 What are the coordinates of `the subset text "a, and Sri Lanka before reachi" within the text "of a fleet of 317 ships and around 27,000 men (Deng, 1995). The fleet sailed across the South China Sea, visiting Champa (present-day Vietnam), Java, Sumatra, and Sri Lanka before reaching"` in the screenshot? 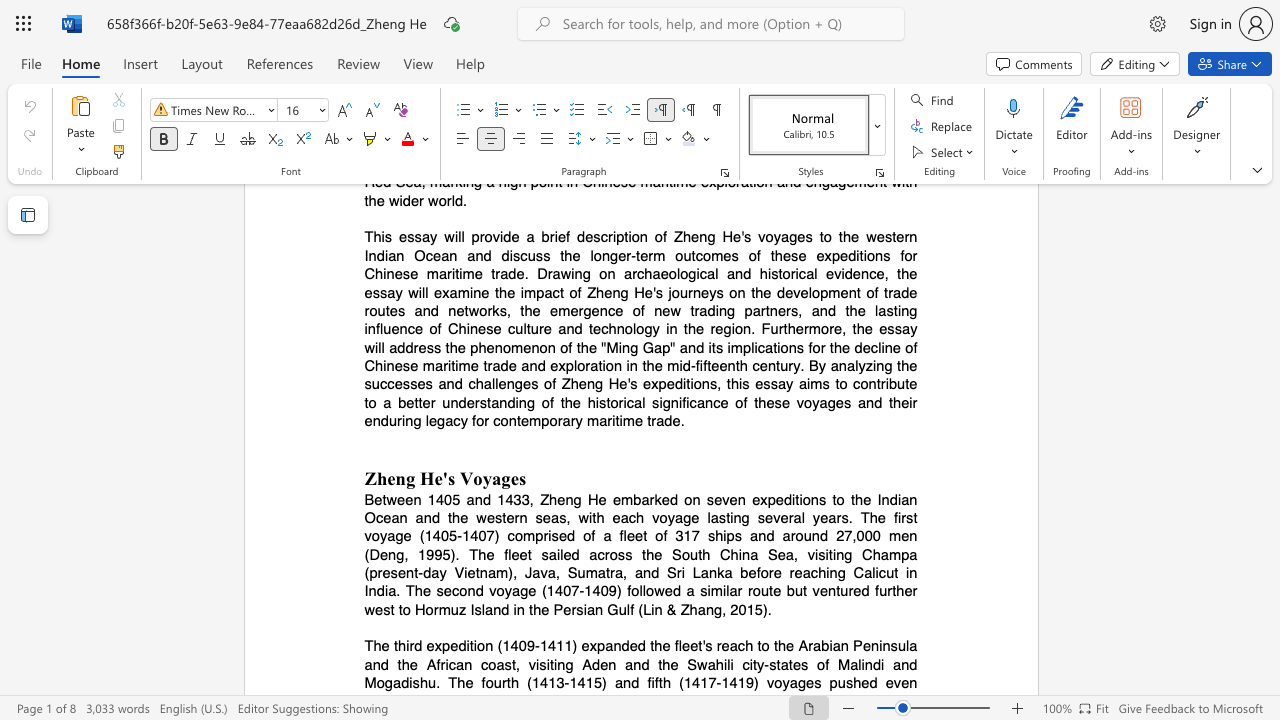 It's located at (613, 573).